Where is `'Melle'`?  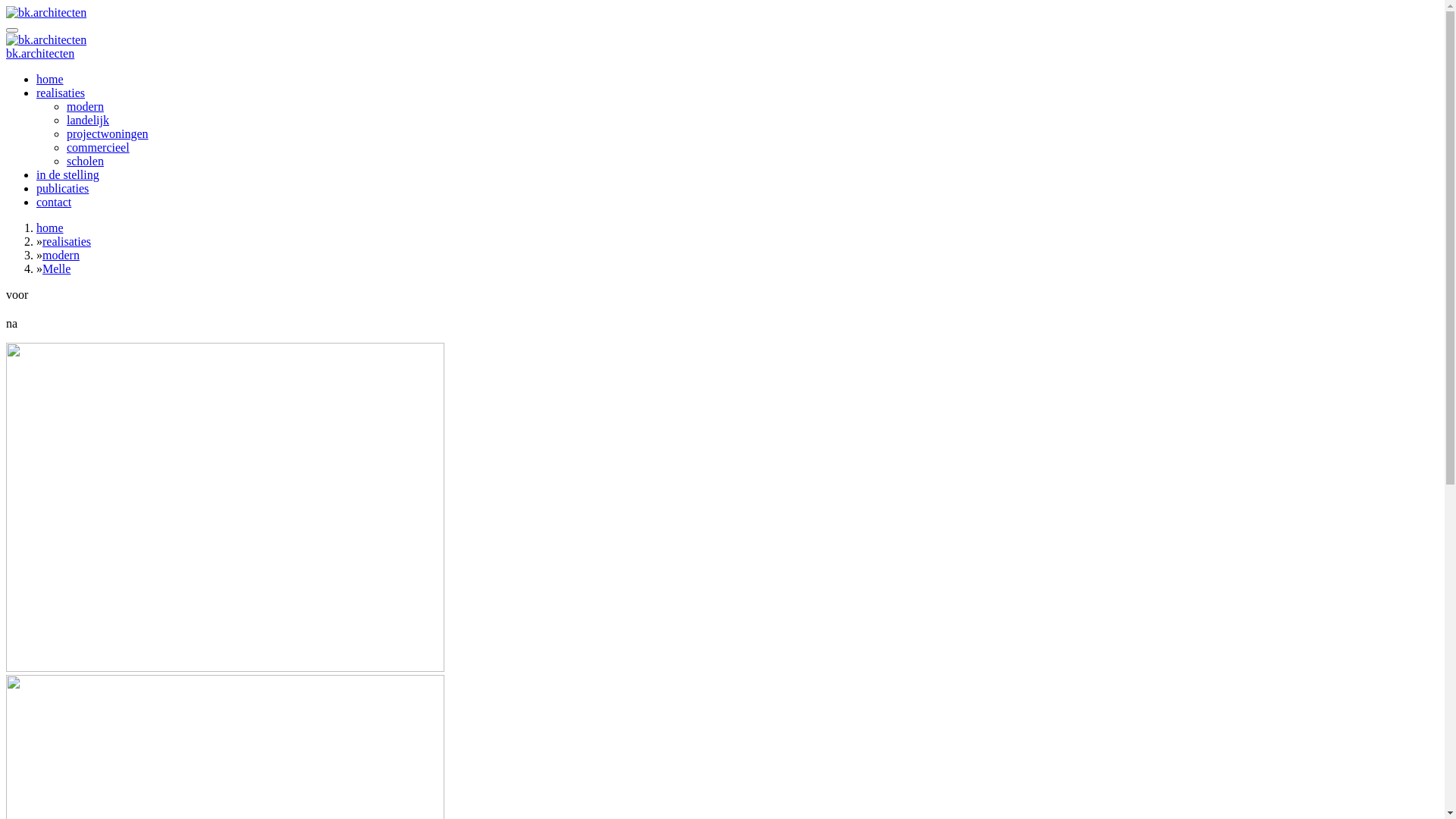 'Melle' is located at coordinates (56, 268).